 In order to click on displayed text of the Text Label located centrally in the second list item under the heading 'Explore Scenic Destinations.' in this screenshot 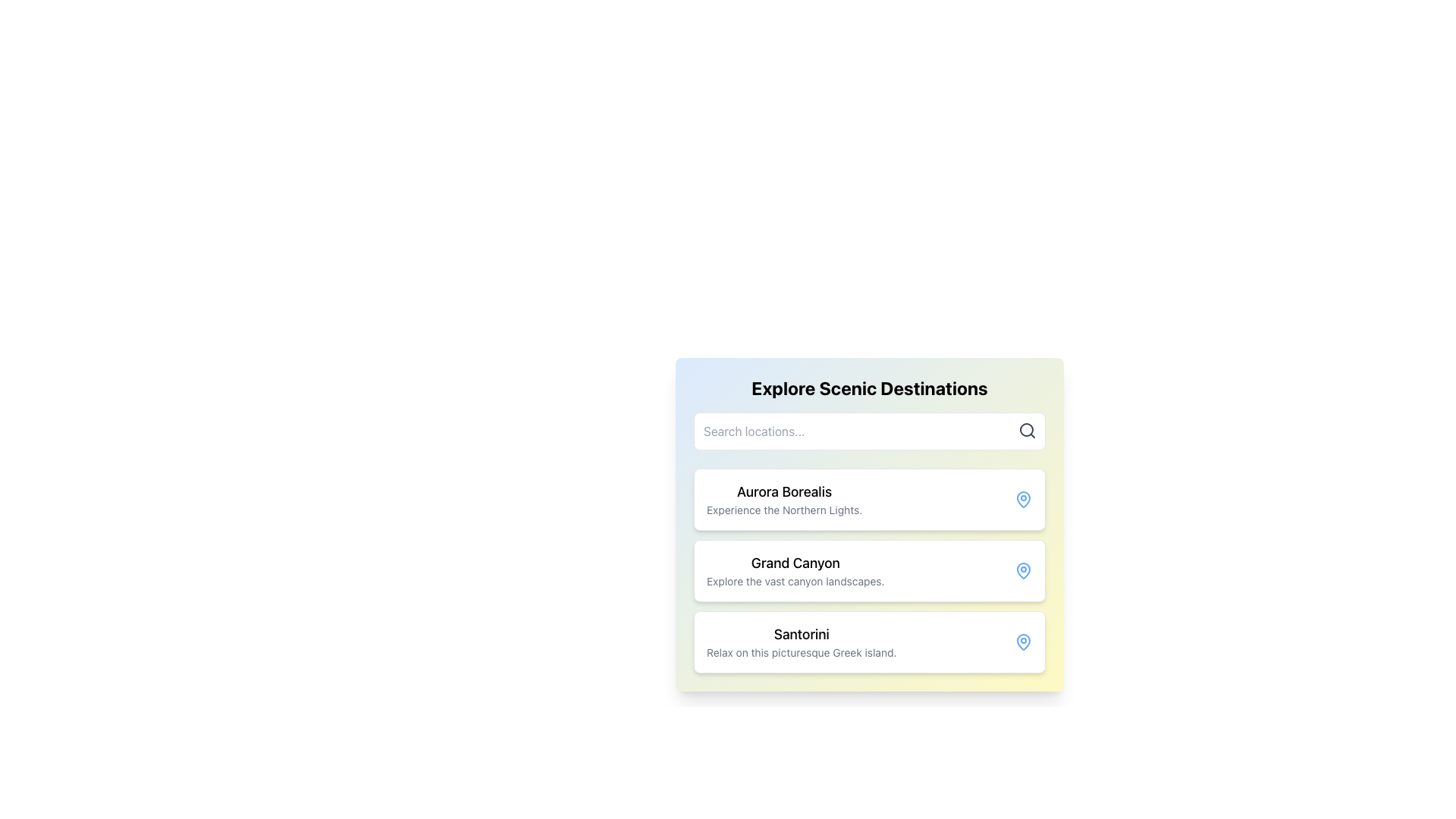, I will do `click(795, 563)`.